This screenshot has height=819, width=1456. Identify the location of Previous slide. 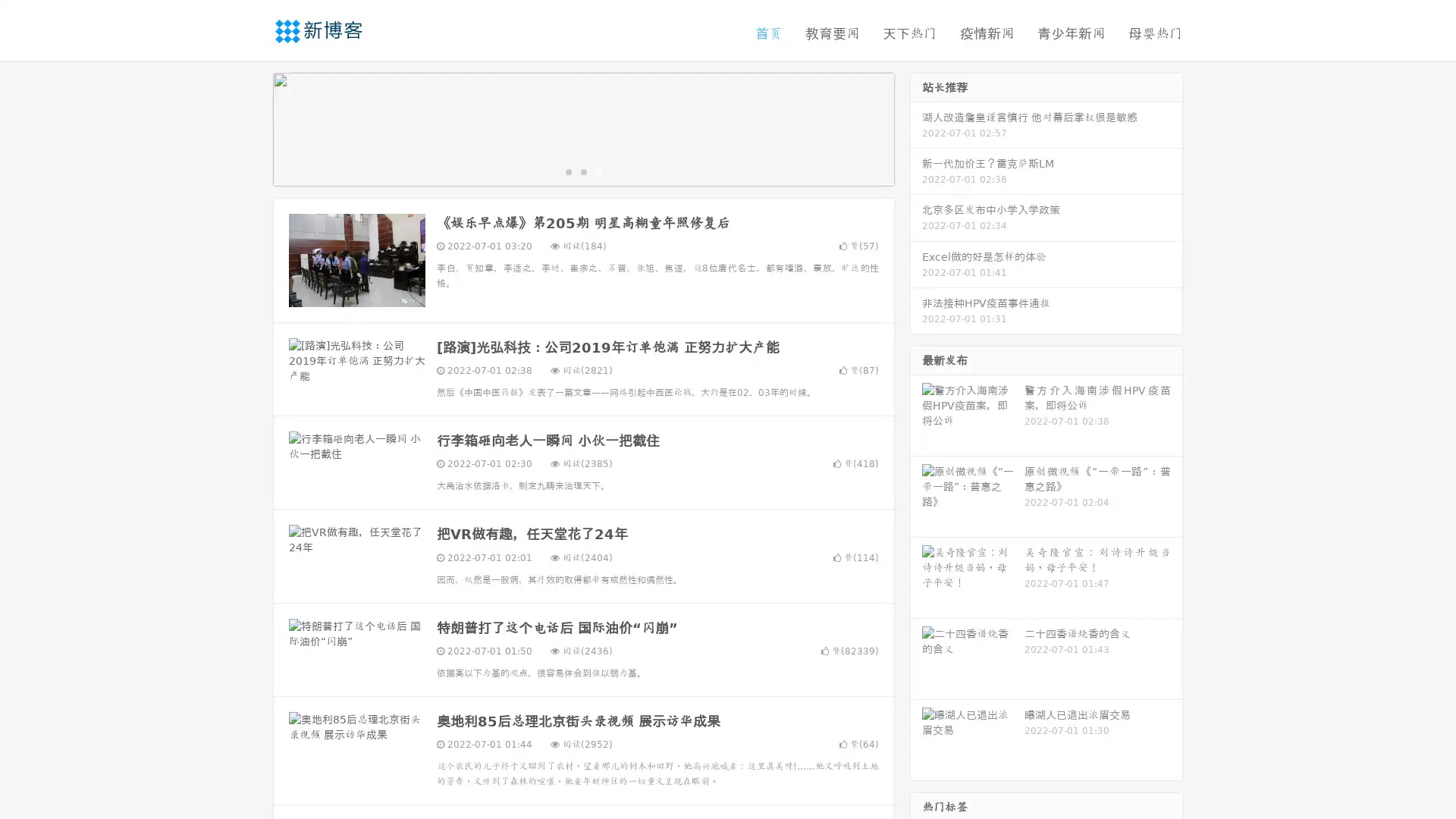
(250, 127).